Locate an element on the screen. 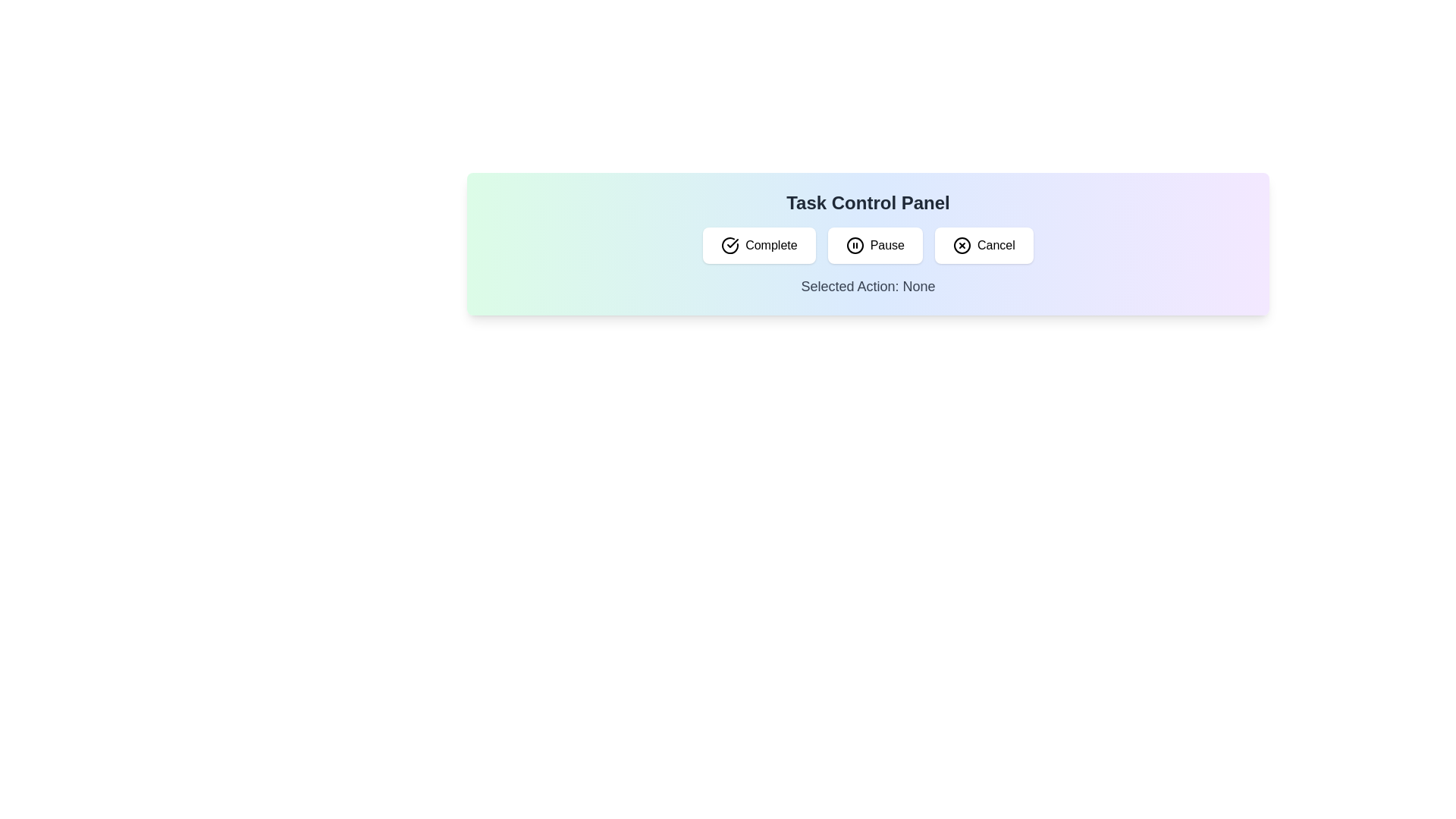  the cancel button located in the 'Task Control Panel' is located at coordinates (983, 245).